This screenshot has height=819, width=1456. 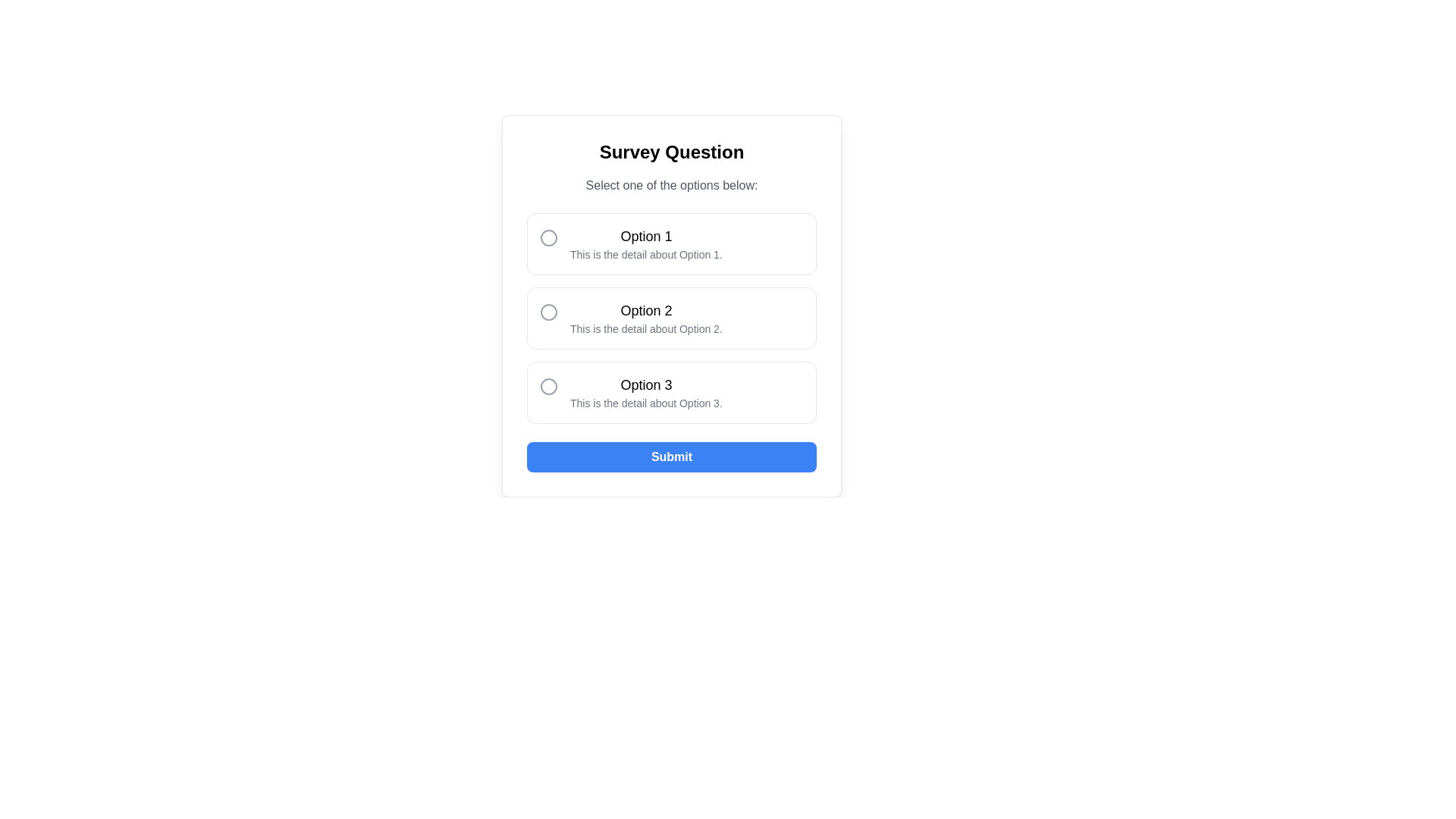 I want to click on the circular checkbox indicator next to 'Option 3' to observe any transition effects, so click(x=548, y=385).